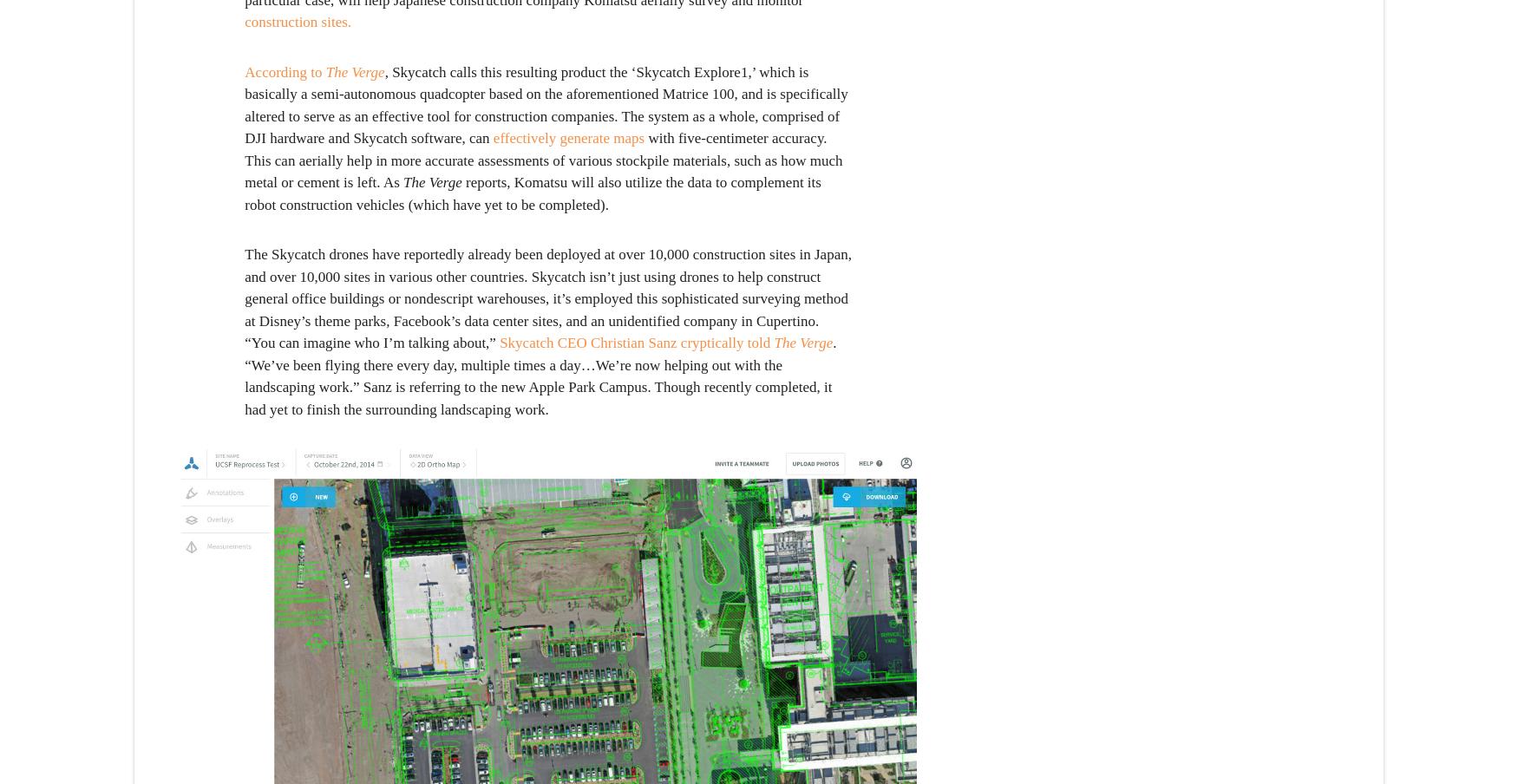  What do you see at coordinates (533, 193) in the screenshot?
I see `'reports, Komatsu will also utilize the data to complement its robot construction vehicles (which have yet to be completed).'` at bounding box center [533, 193].